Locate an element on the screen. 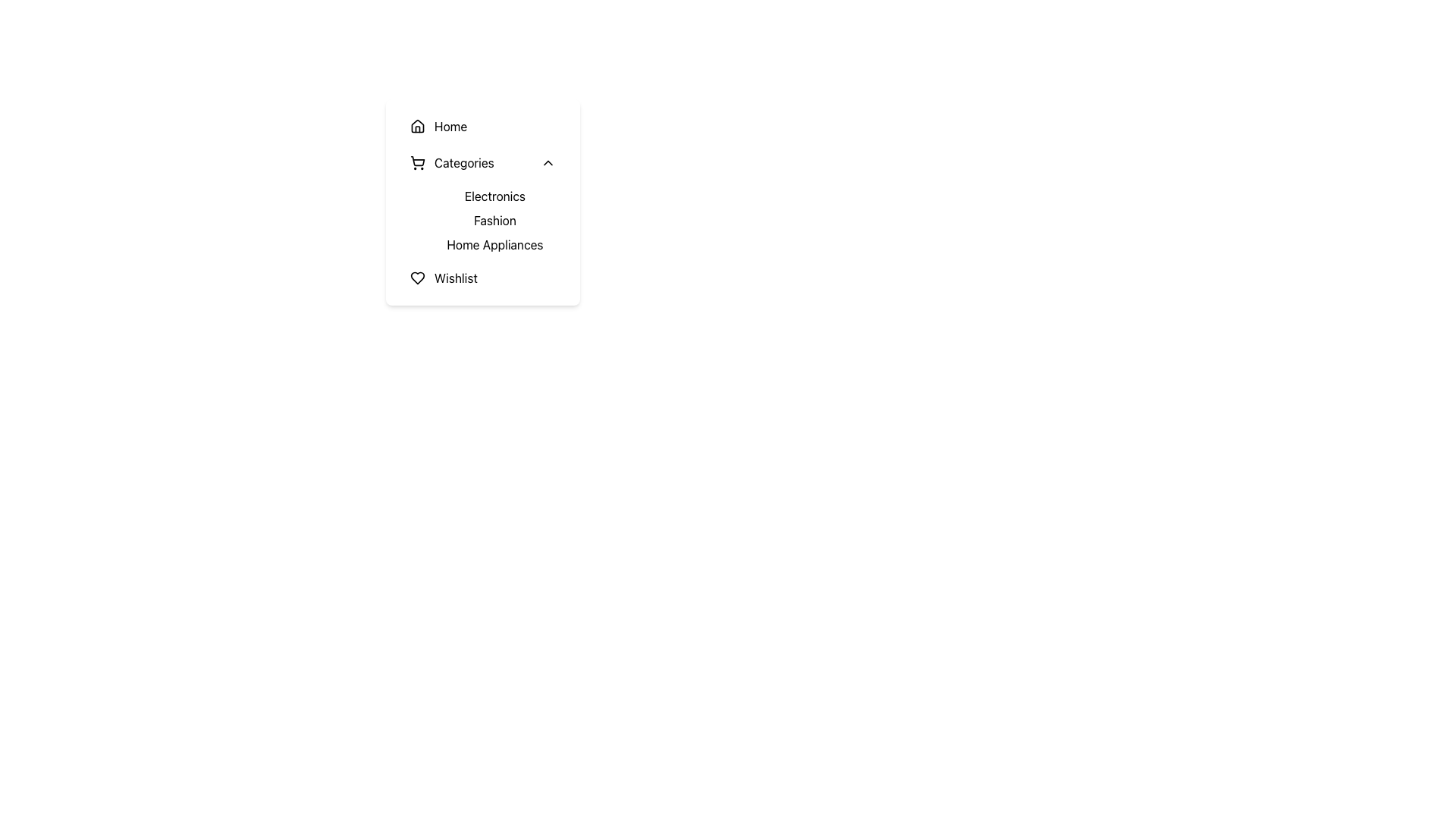  the shopping cart vector icon located beside the 'Categories' text label in the vertical menu layout is located at coordinates (418, 161).